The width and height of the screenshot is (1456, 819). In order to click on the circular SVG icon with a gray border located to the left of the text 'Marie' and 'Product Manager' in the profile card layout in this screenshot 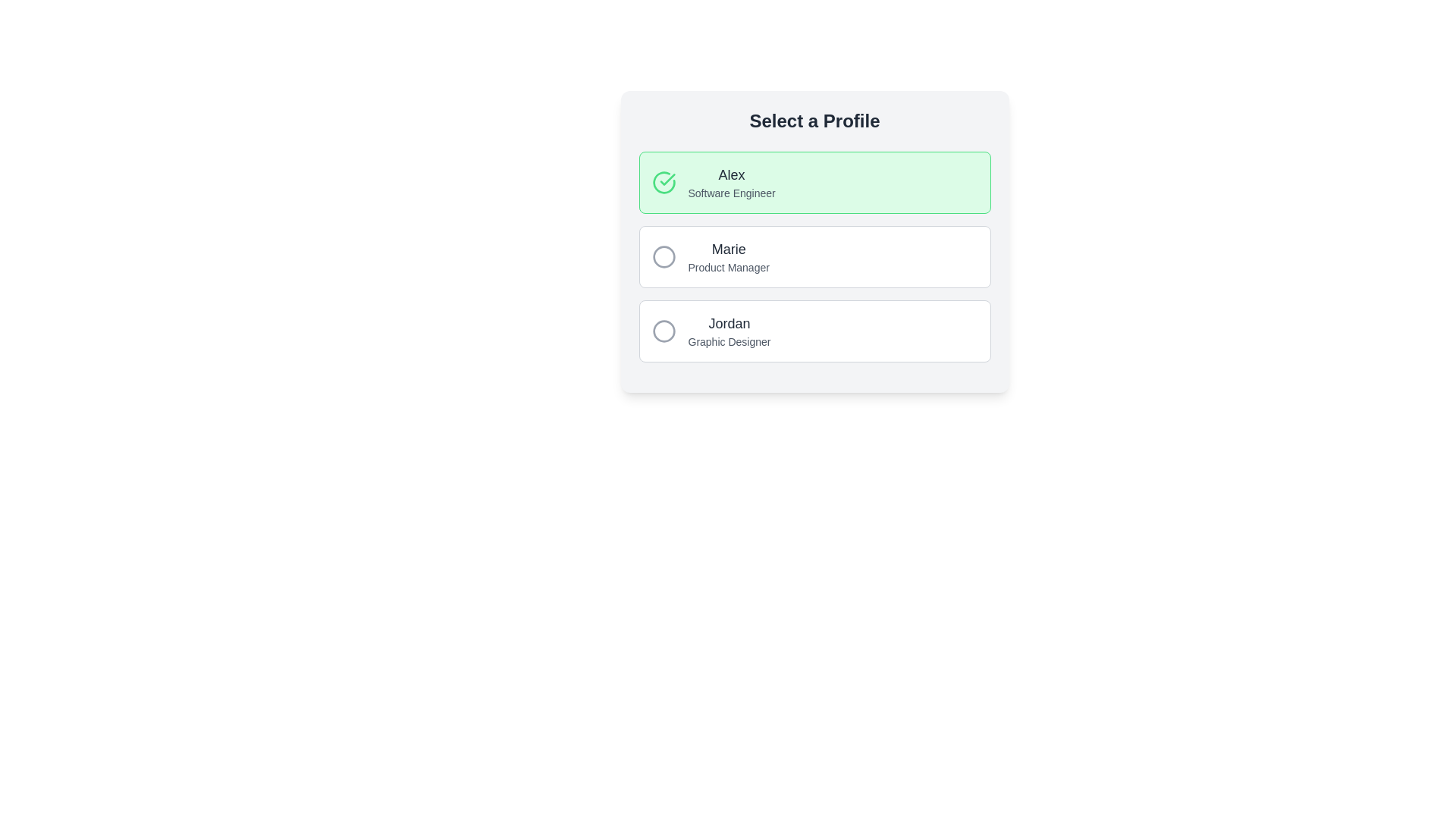, I will do `click(664, 256)`.